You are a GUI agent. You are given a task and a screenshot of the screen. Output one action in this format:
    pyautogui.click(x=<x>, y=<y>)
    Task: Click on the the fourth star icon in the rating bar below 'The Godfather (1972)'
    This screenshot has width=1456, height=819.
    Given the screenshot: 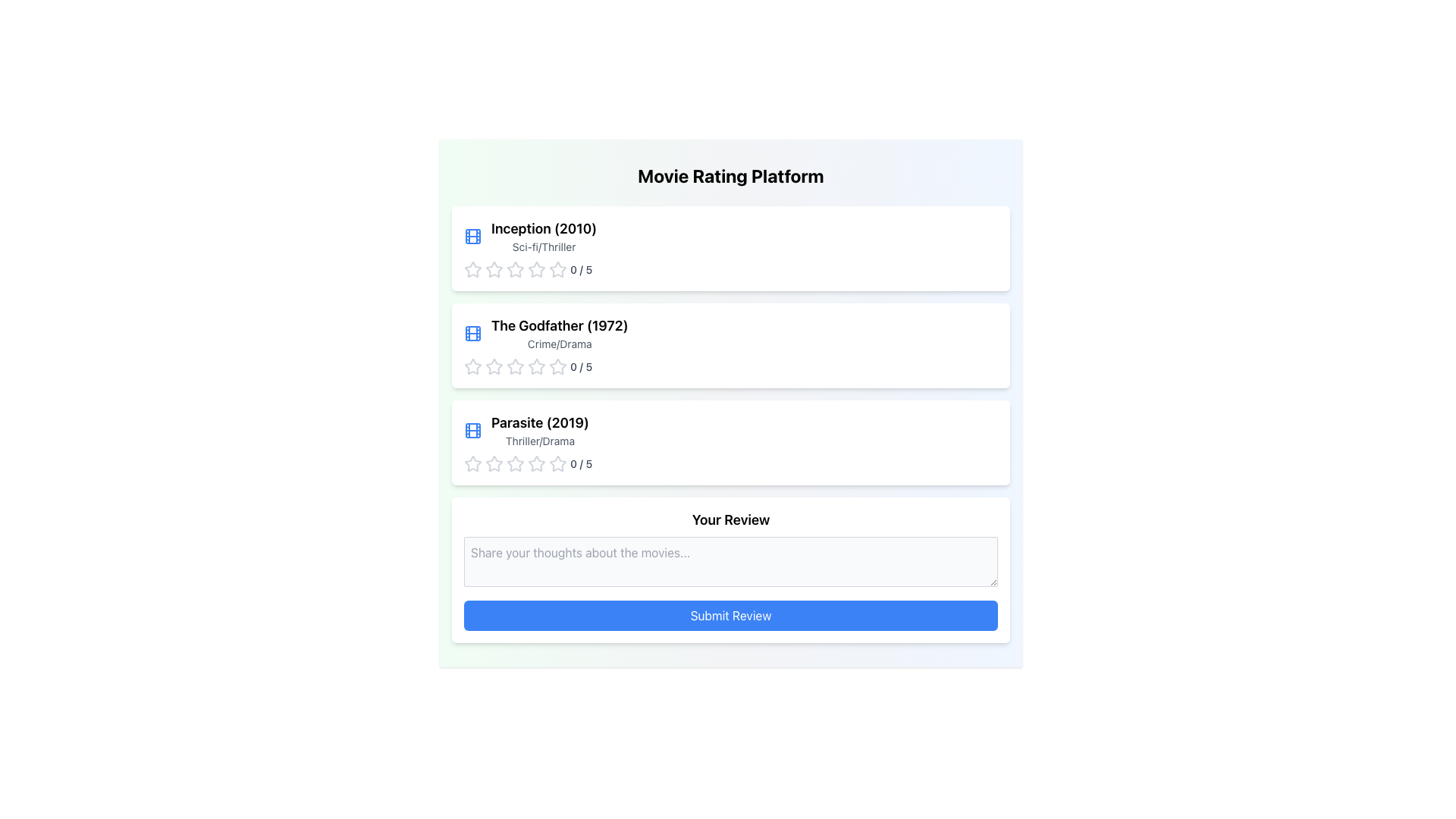 What is the action you would take?
    pyautogui.click(x=516, y=366)
    